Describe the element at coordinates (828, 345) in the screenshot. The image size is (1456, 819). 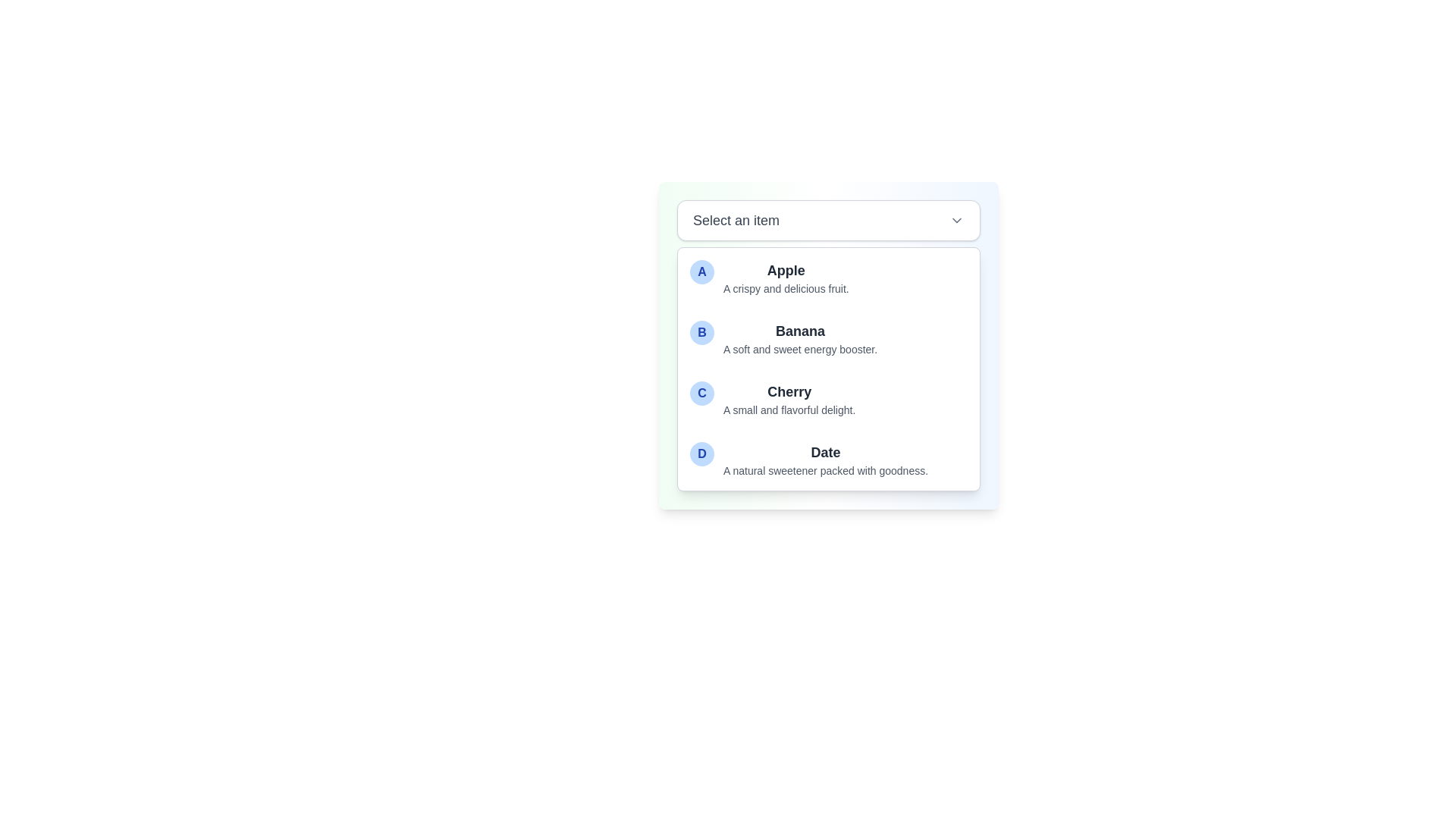
I see `the 'Banana' option in the dropdown list` at that location.